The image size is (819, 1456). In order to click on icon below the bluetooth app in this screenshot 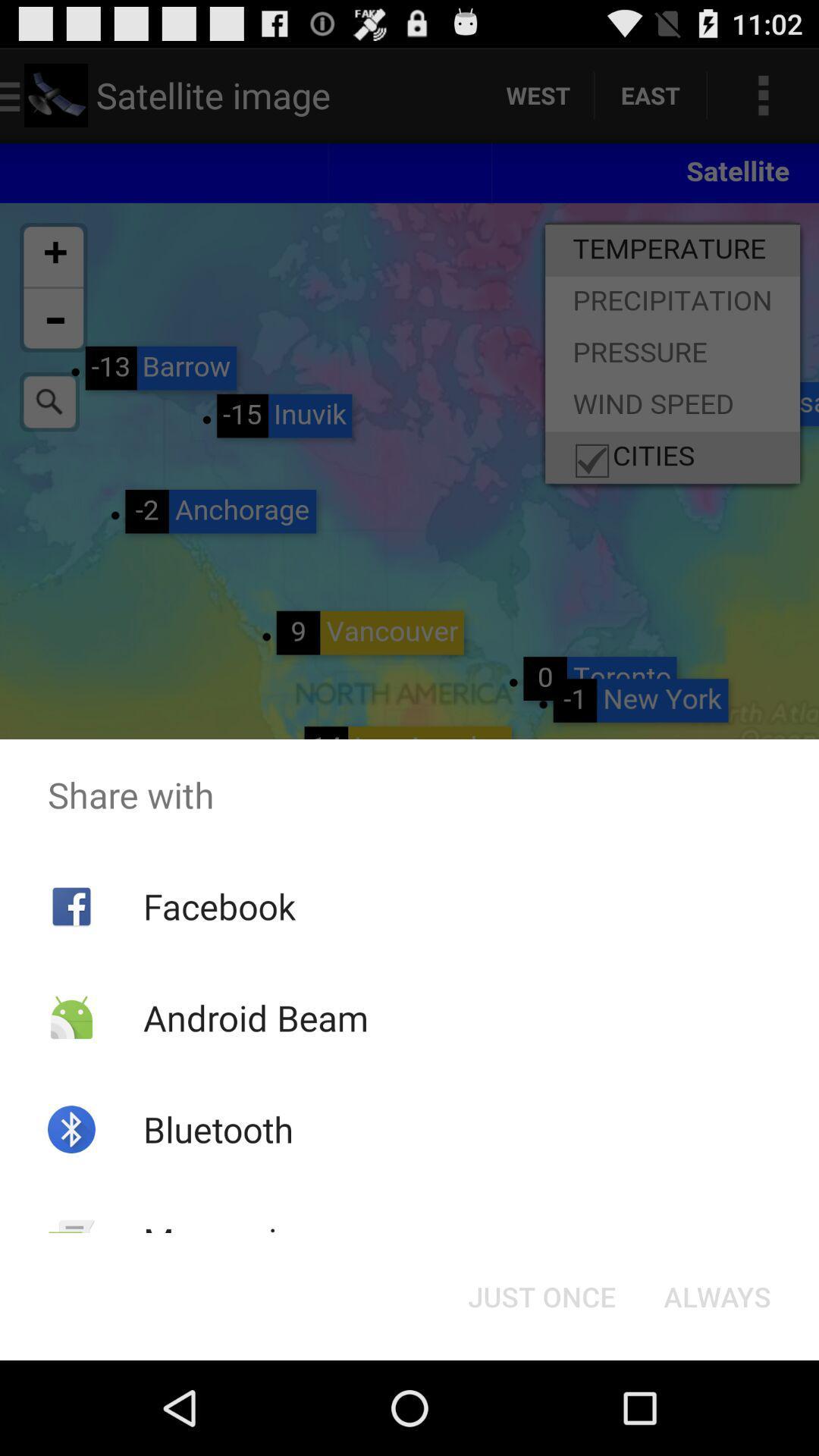, I will do `click(230, 1241)`.